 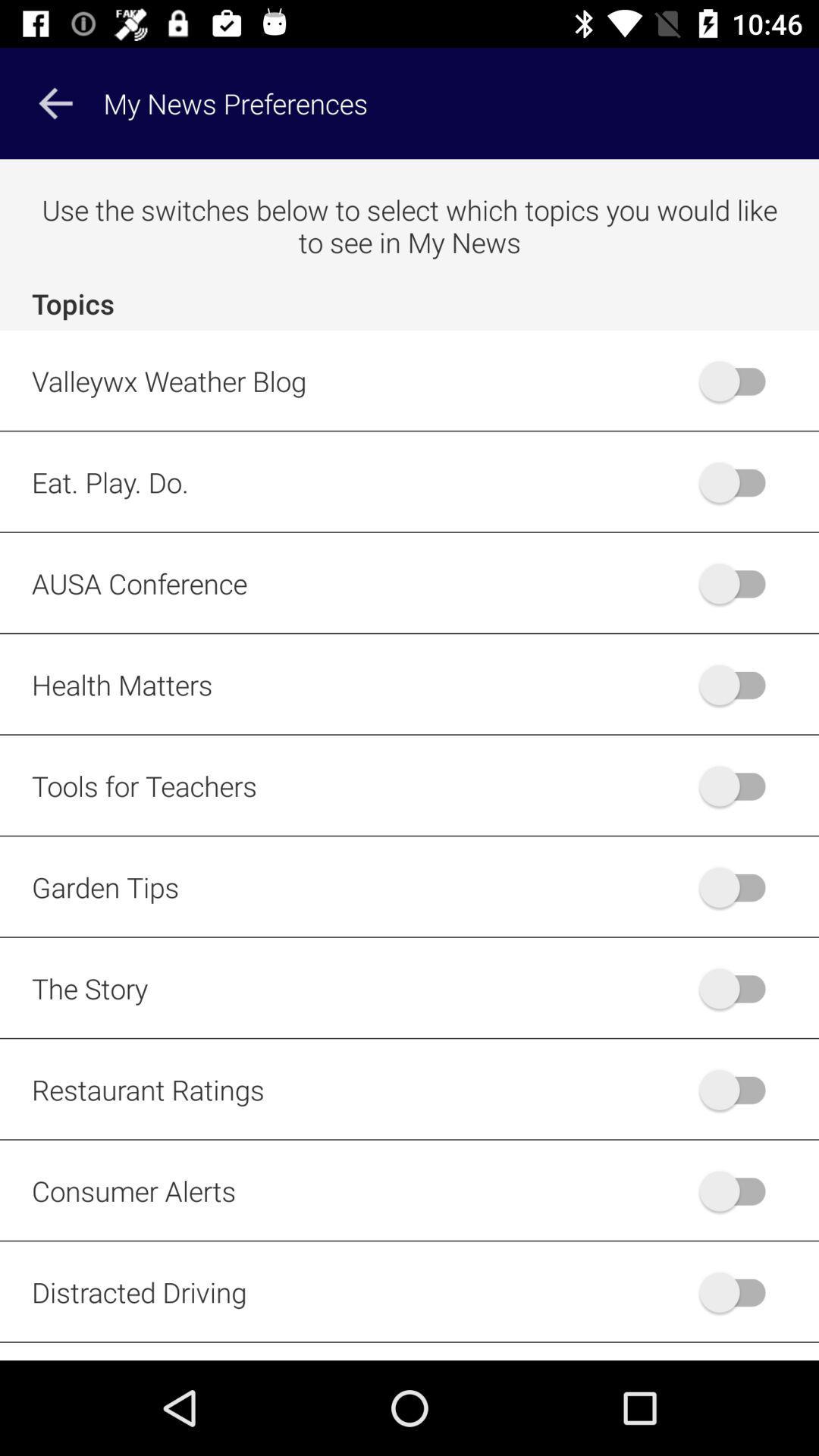 What do you see at coordinates (55, 102) in the screenshot?
I see `the app next to my news preferences icon` at bounding box center [55, 102].